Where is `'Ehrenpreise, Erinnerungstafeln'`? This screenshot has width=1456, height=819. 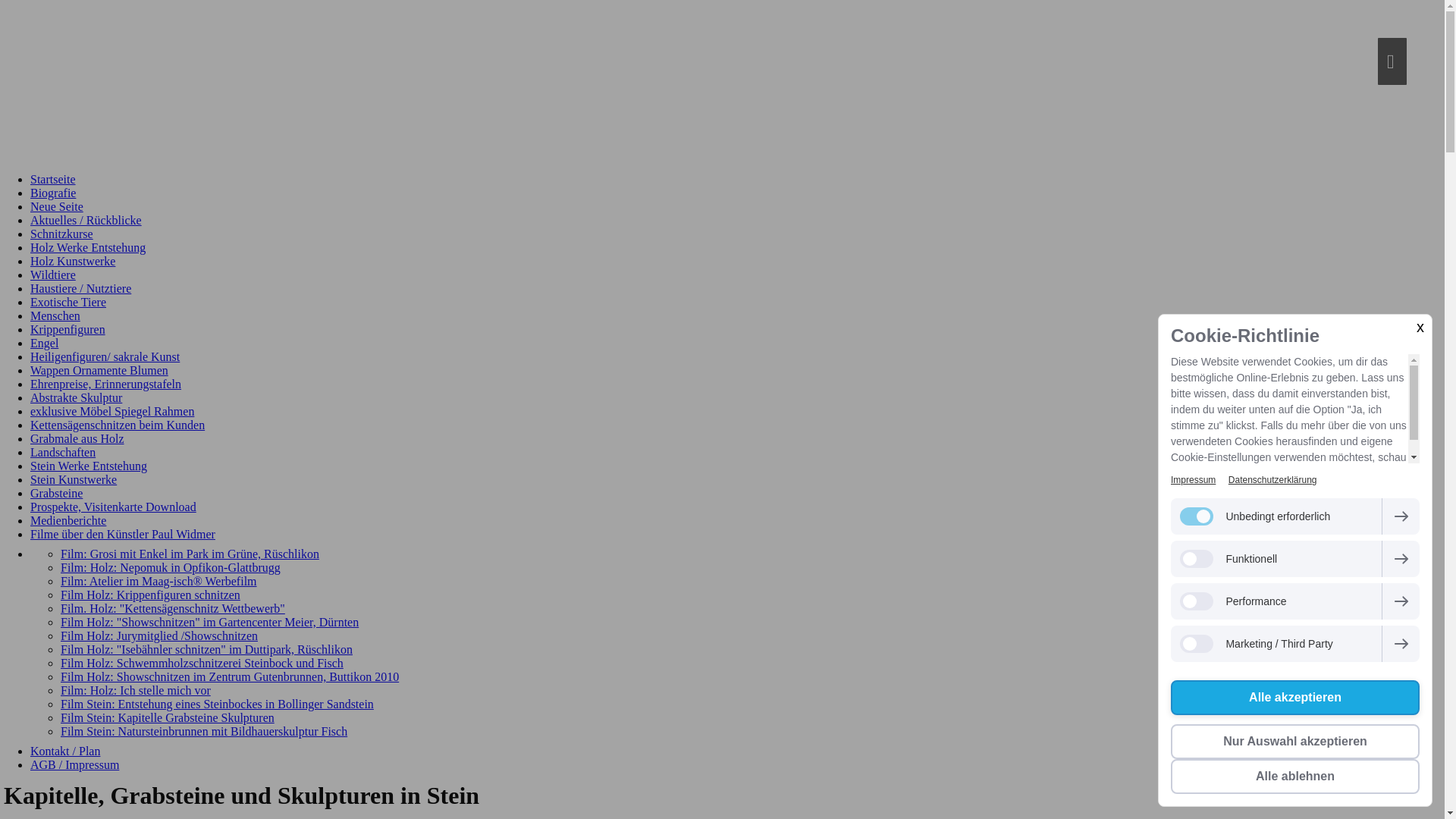 'Ehrenpreise, Erinnerungstafeln' is located at coordinates (105, 383).